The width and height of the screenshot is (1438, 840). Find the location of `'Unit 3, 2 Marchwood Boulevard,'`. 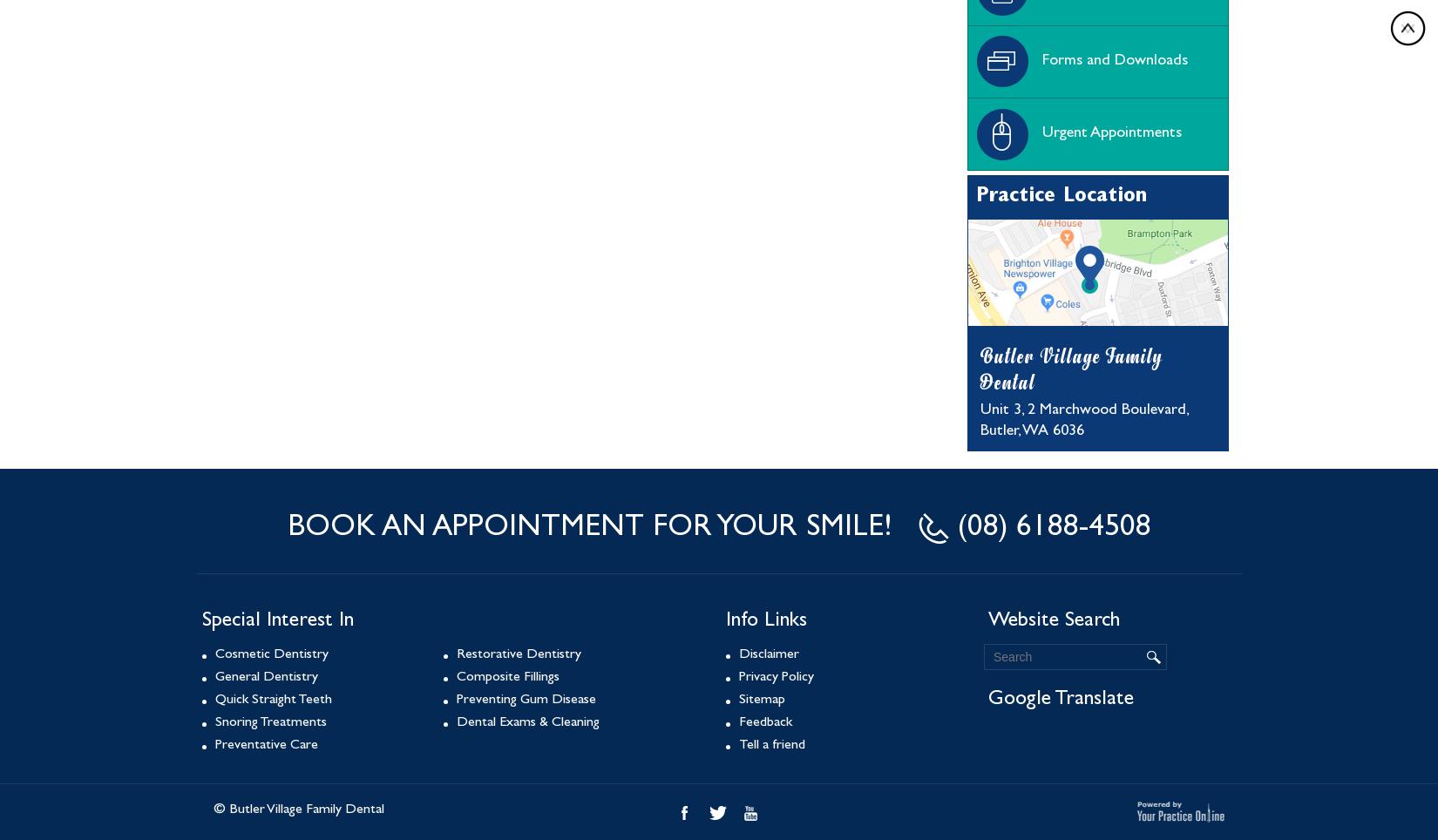

'Unit 3, 2 Marchwood Boulevard,' is located at coordinates (1083, 410).